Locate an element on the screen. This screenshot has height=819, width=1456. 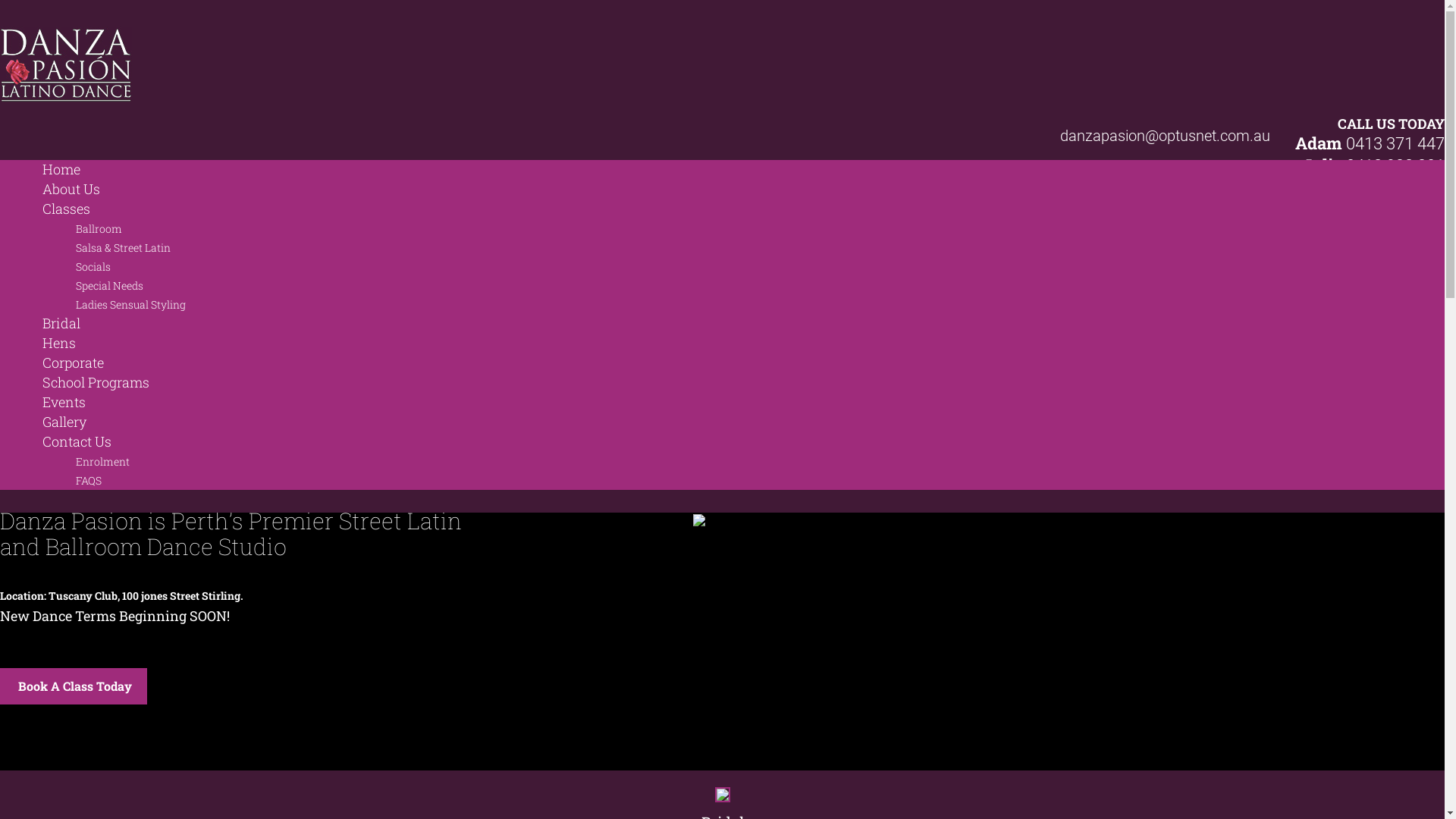
'Classes' is located at coordinates (65, 208).